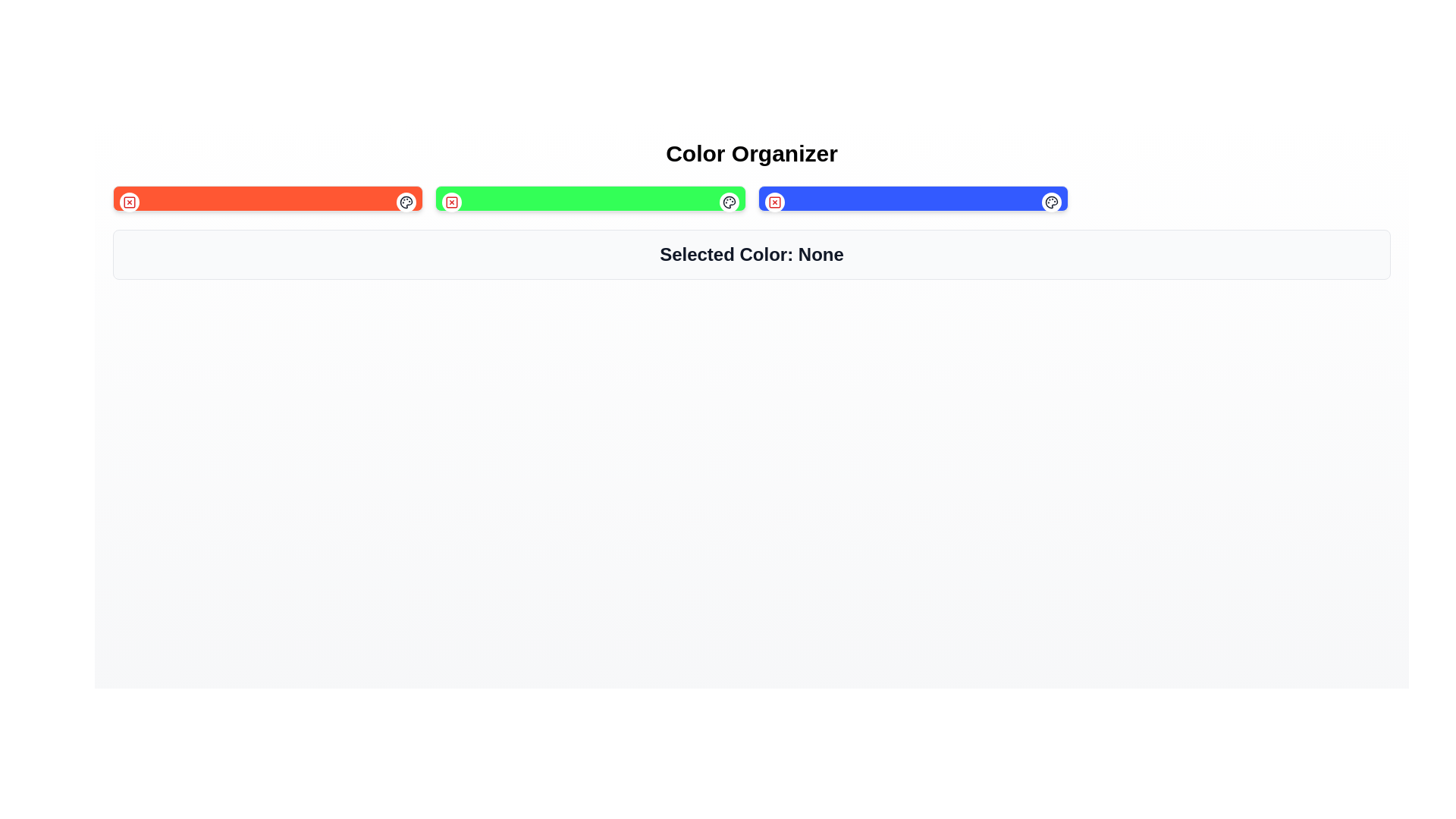 This screenshot has height=819, width=1456. What do you see at coordinates (1050, 201) in the screenshot?
I see `the palette icon located in the blue color bar for color selection or design customization` at bounding box center [1050, 201].